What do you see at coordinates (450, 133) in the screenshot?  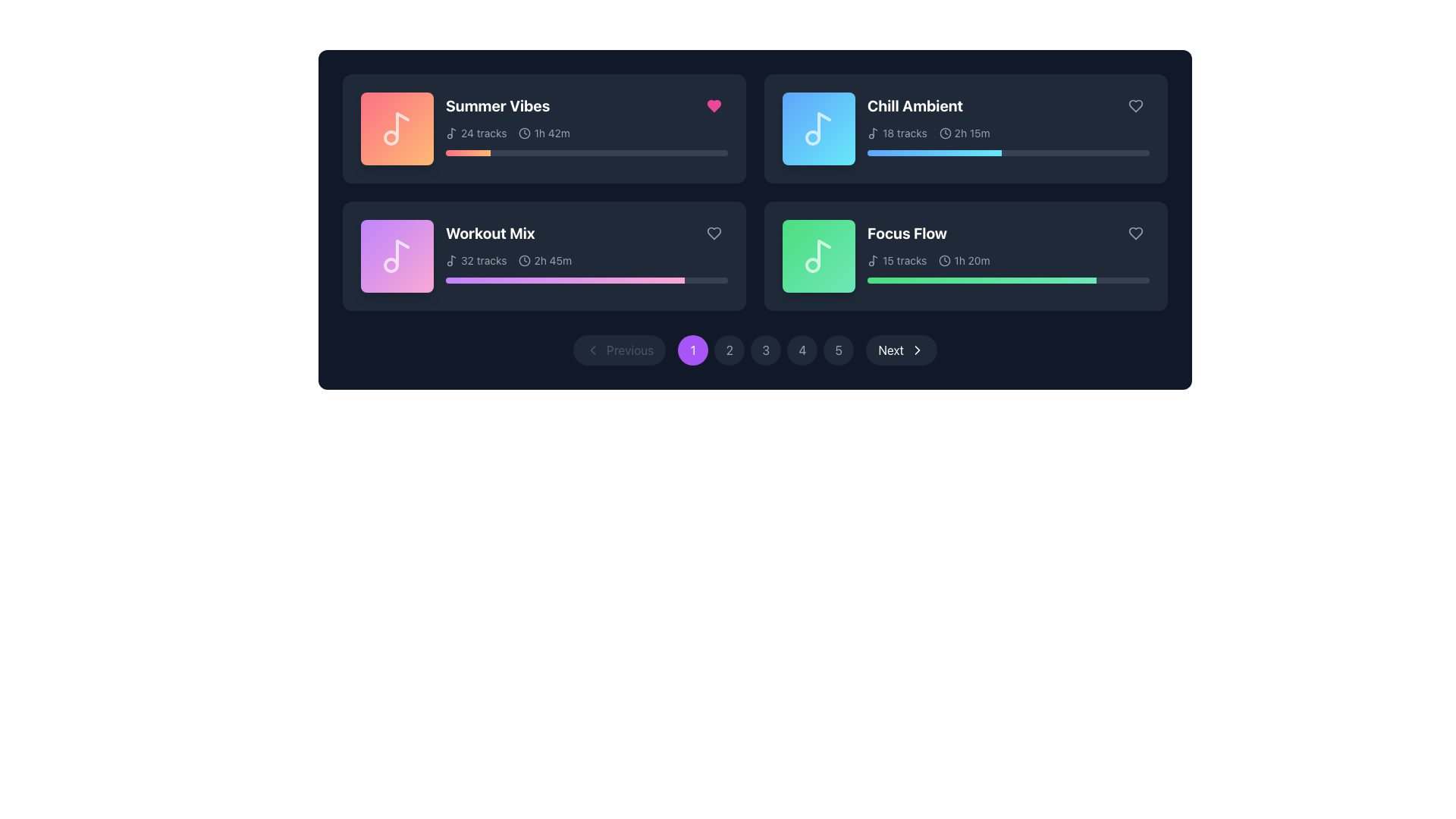 I see `the music icon located on the top-left card in the grid layout, positioned to the left of the text '24 tracks' and above the runtime text` at bounding box center [450, 133].